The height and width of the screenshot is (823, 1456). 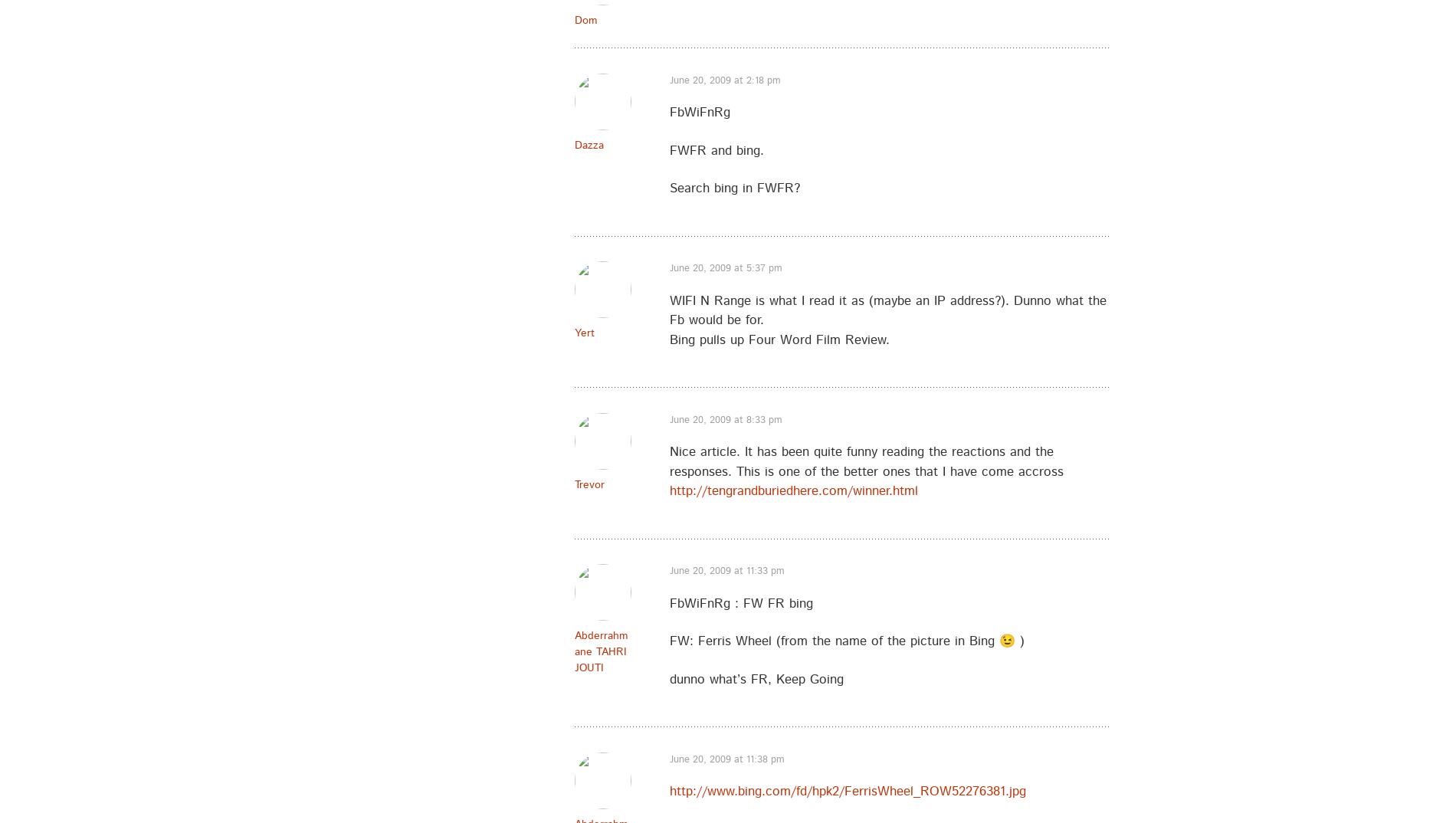 What do you see at coordinates (669, 641) in the screenshot?
I see `'FW: Ferris Wheel (from the name of the picture in Bing 😉 )'` at bounding box center [669, 641].